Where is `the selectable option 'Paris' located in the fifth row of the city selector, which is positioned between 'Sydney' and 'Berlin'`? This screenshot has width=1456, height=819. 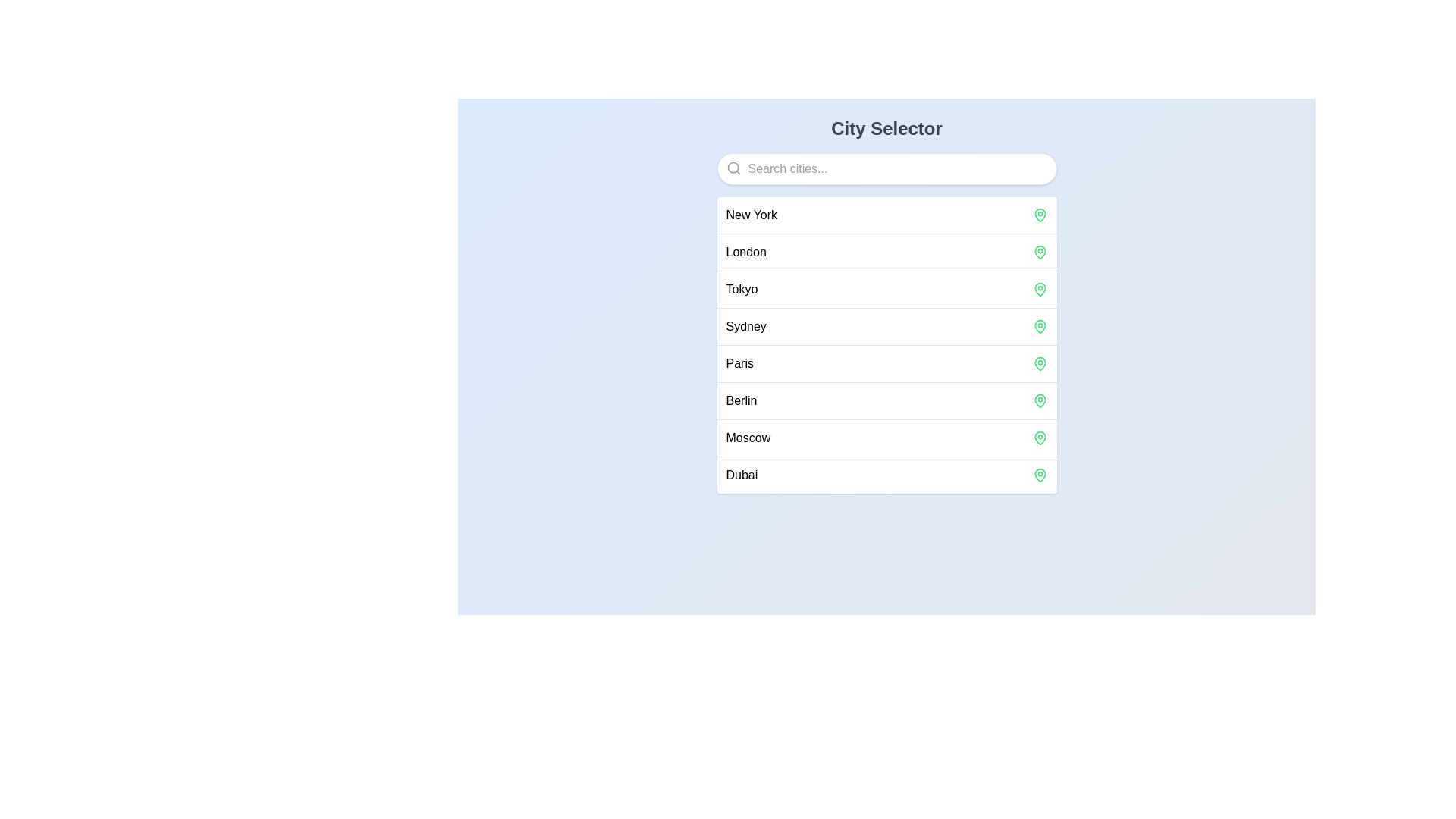
the selectable option 'Paris' located in the fifth row of the city selector, which is positioned between 'Sydney' and 'Berlin' is located at coordinates (739, 363).